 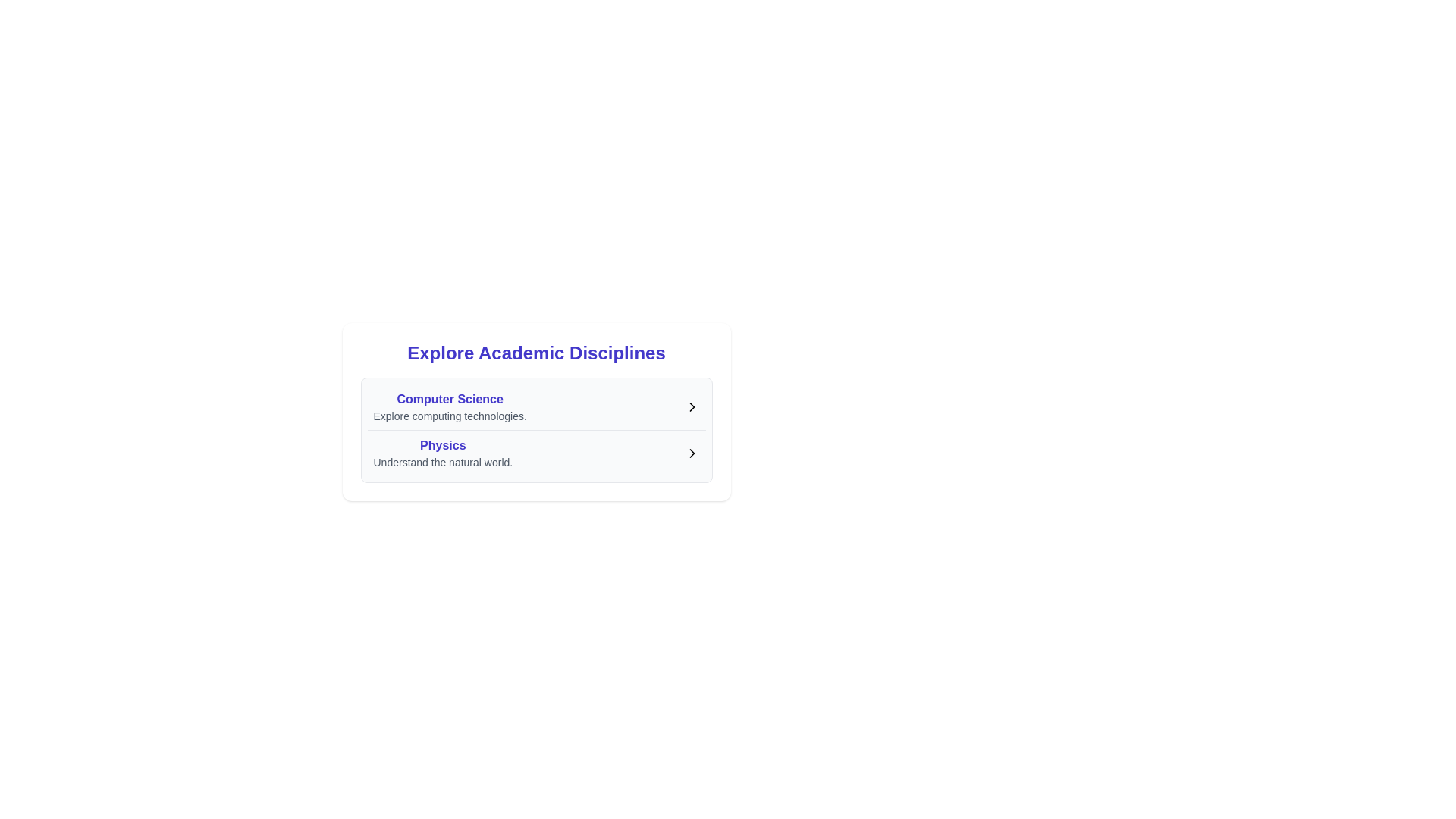 What do you see at coordinates (442, 444) in the screenshot?
I see `the 'Physics' text label` at bounding box center [442, 444].